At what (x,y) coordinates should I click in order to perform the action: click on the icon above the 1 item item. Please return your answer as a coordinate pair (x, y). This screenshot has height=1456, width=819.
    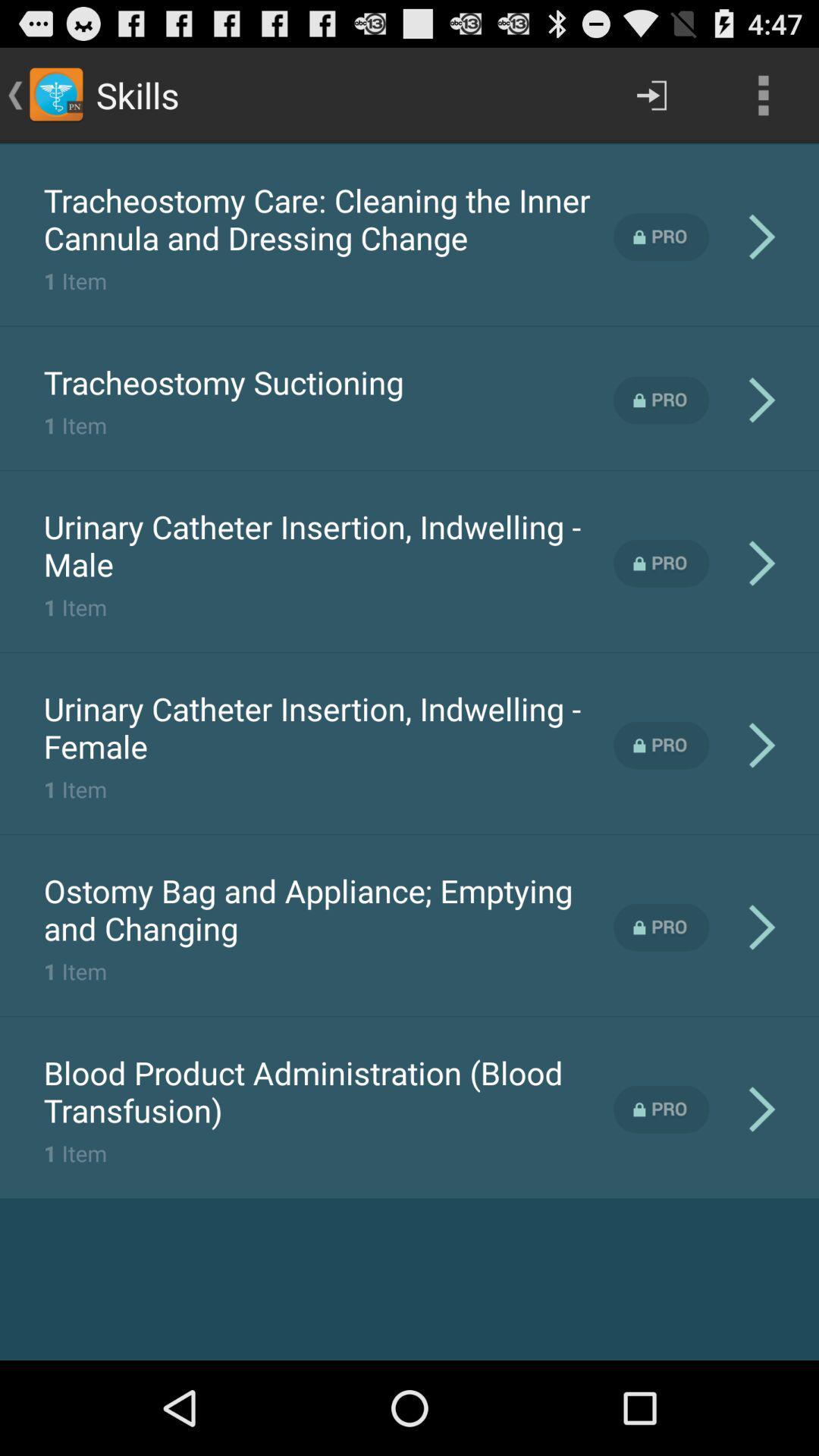
    Looking at the image, I should click on (328, 1090).